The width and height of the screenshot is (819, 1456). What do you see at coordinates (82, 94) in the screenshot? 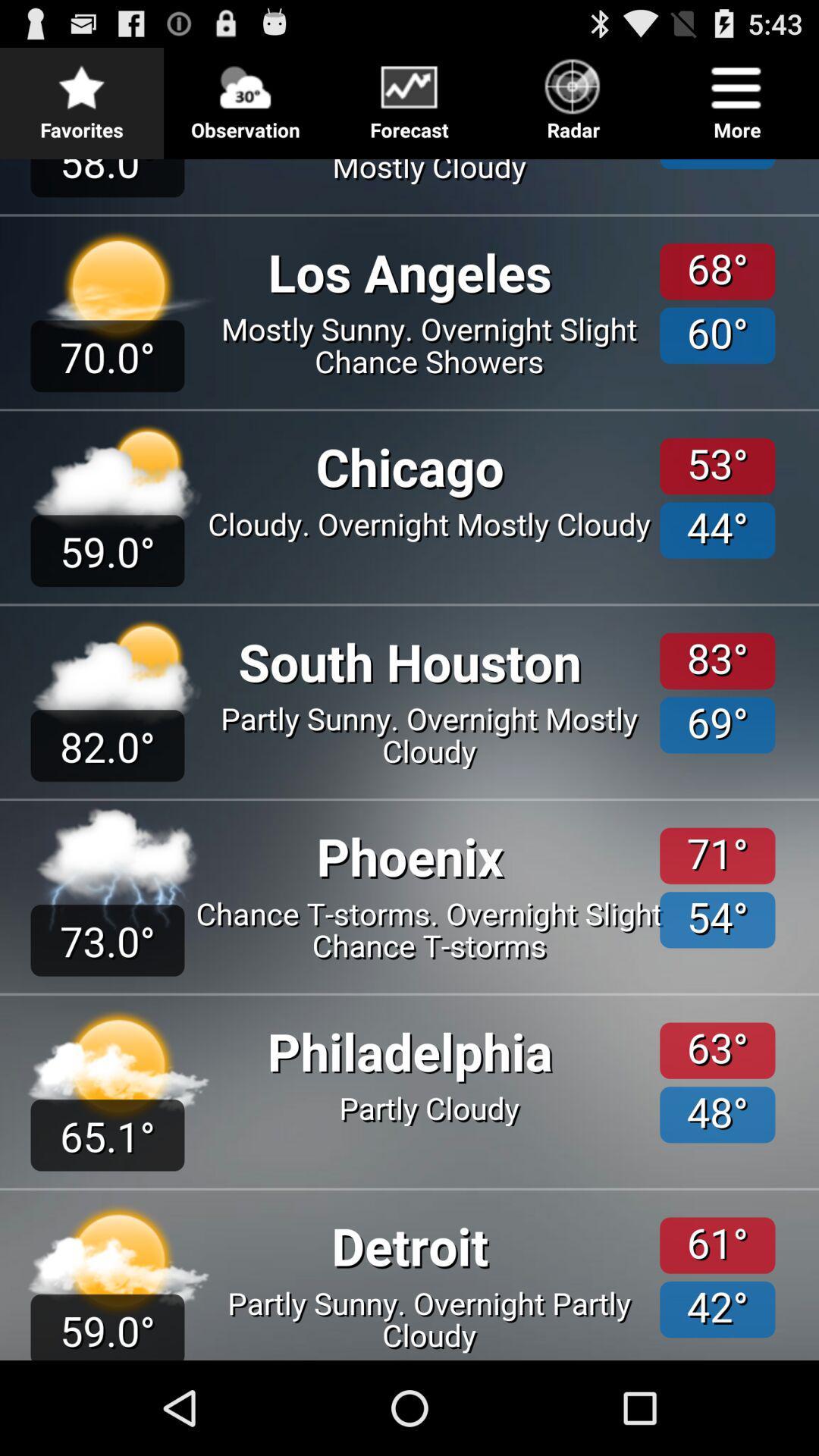
I see `the item to the left of the observation button` at bounding box center [82, 94].